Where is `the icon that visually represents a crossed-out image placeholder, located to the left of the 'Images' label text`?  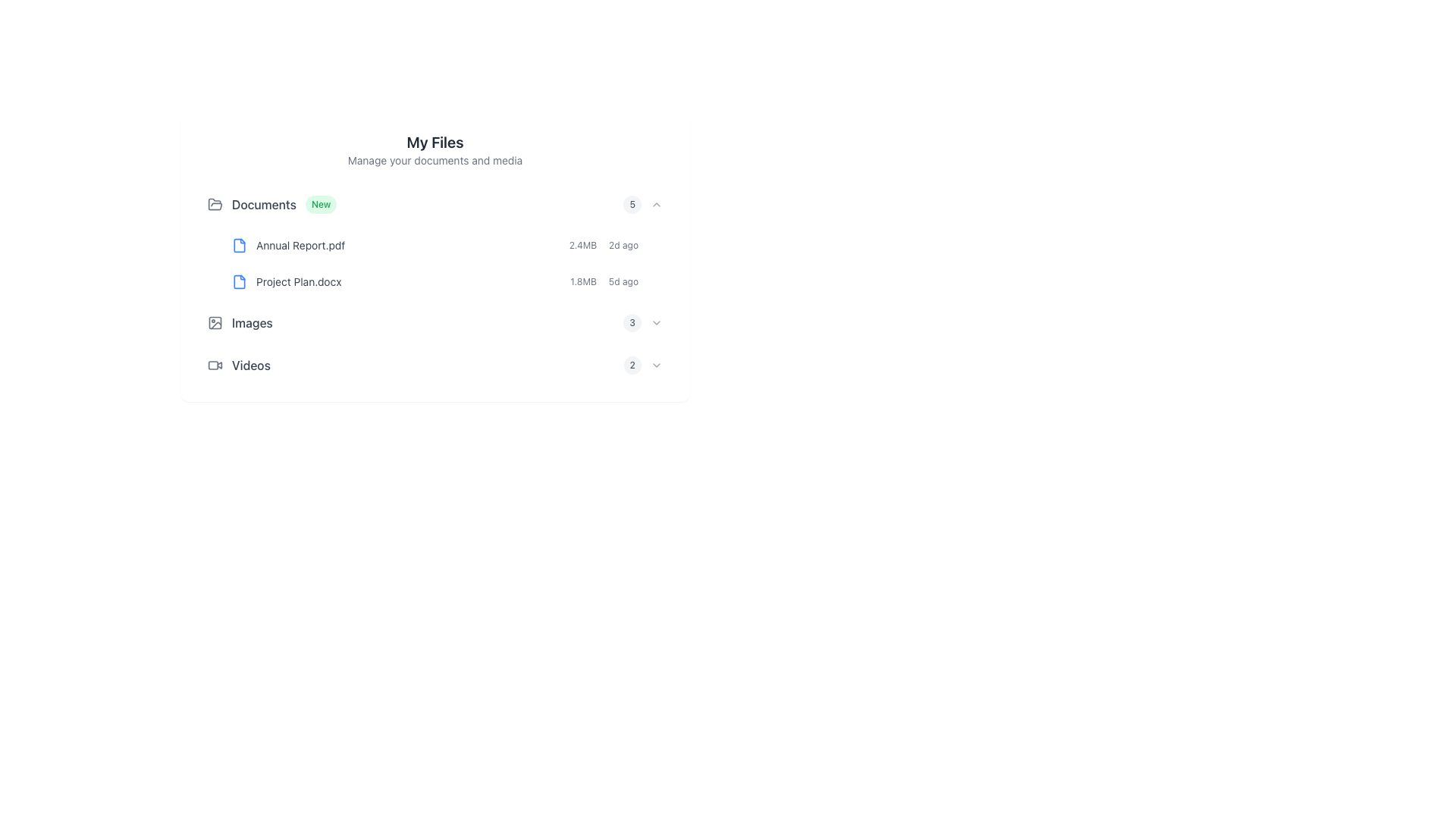 the icon that visually represents a crossed-out image placeholder, located to the left of the 'Images' label text is located at coordinates (214, 322).